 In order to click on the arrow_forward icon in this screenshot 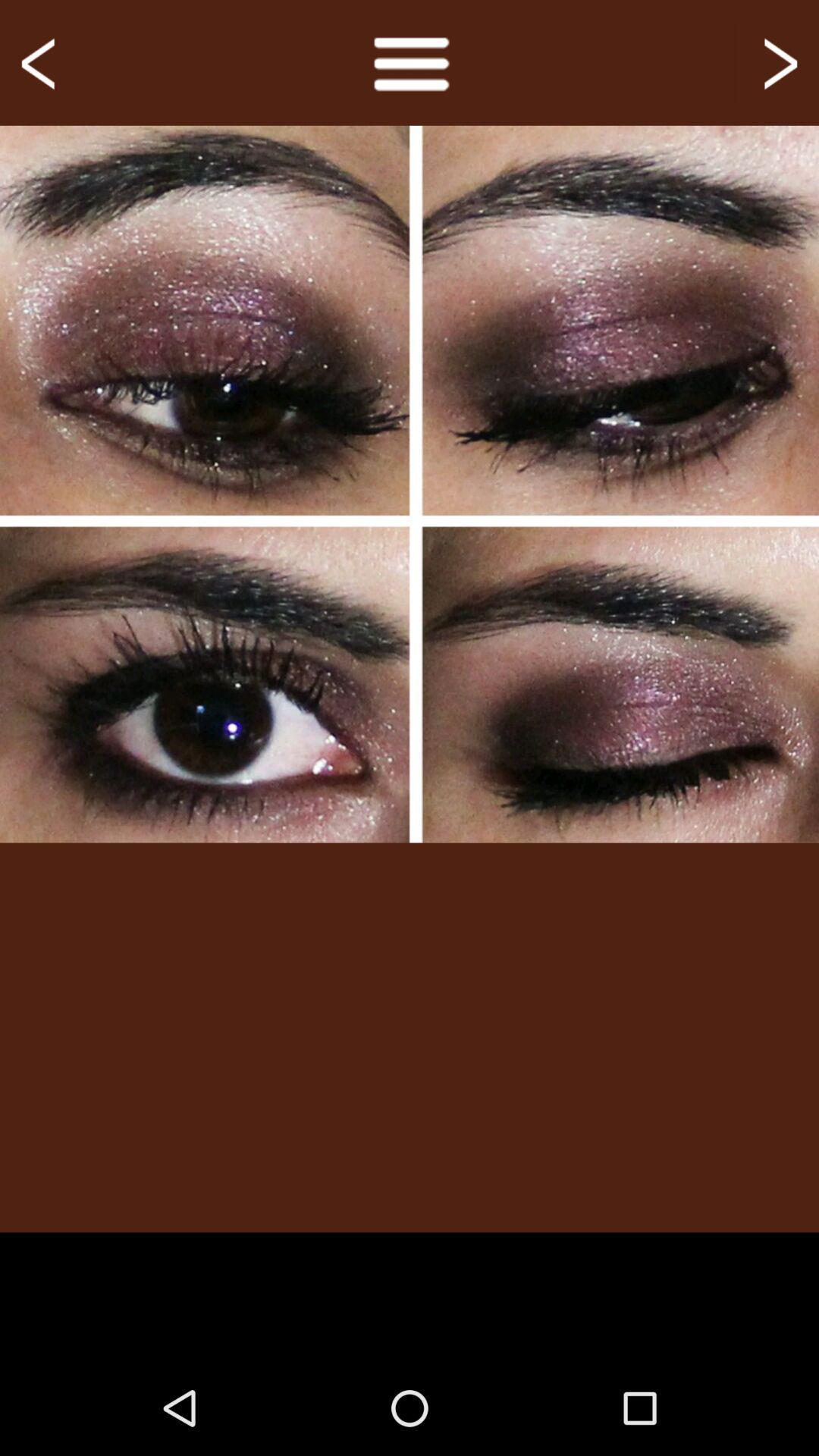, I will do `click(778, 66)`.